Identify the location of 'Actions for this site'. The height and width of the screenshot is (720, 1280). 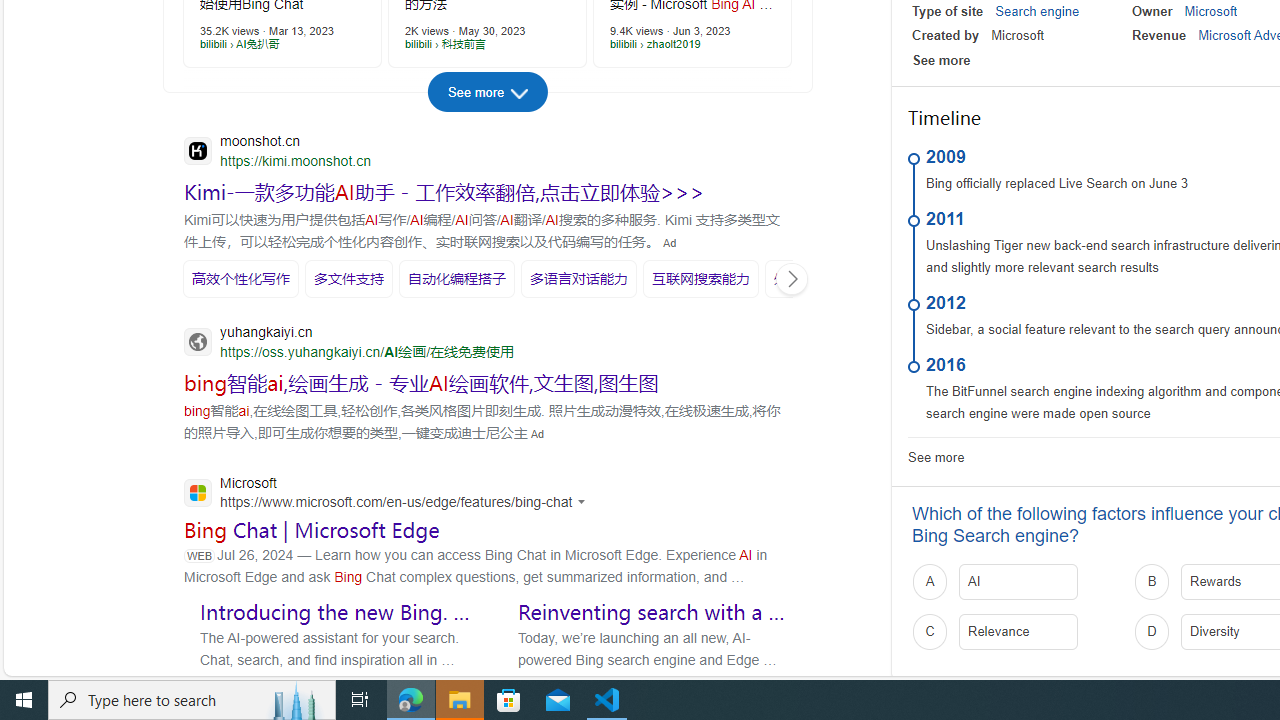
(583, 500).